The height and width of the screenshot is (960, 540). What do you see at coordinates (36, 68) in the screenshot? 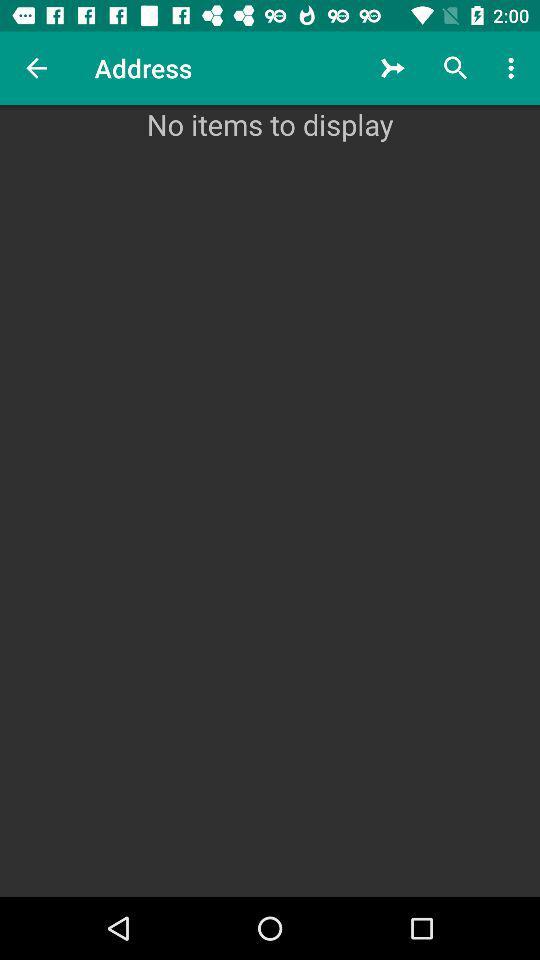
I see `the icon above no items to item` at bounding box center [36, 68].